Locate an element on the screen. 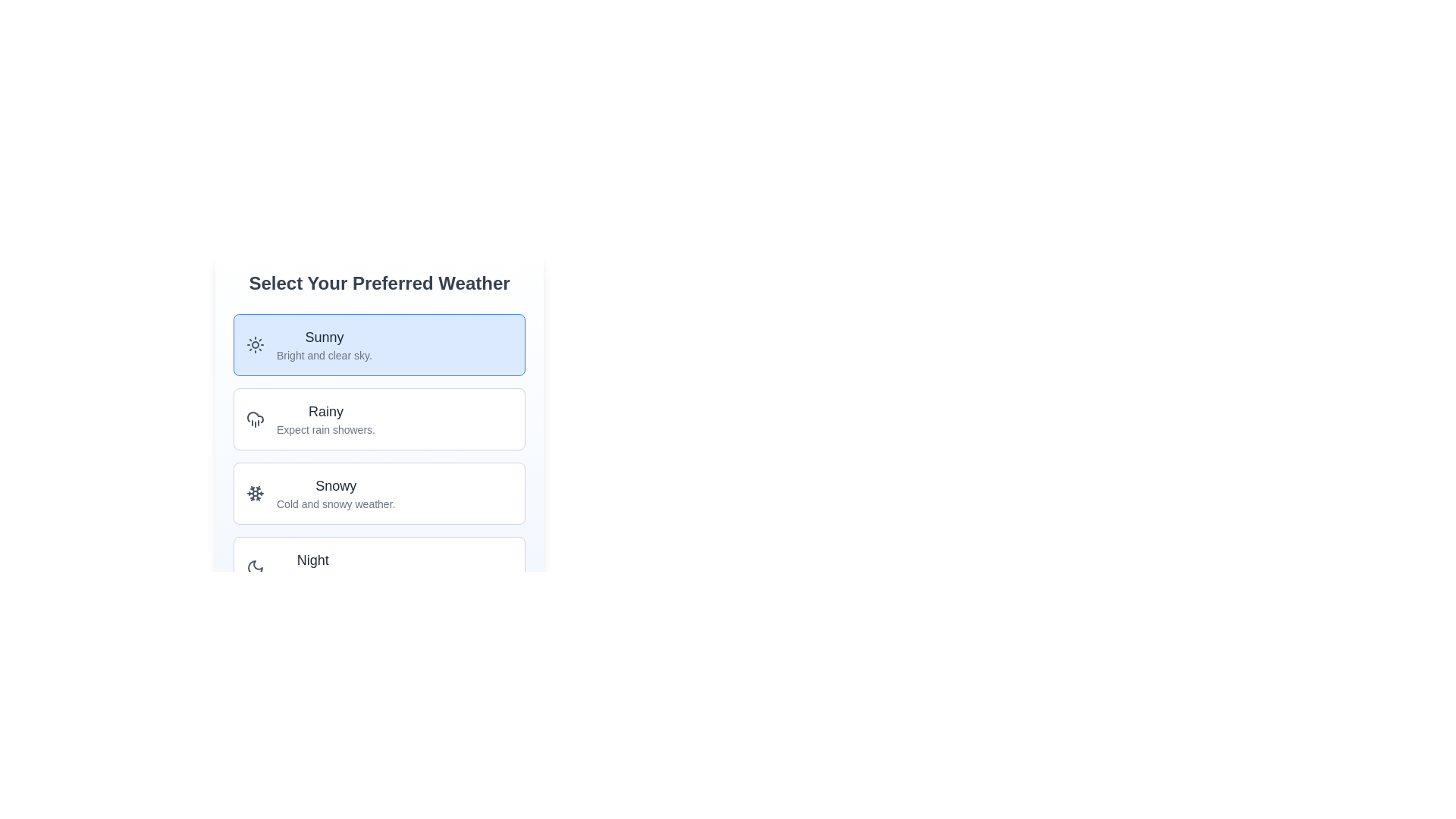 The width and height of the screenshot is (1456, 819). the text label displaying 'Bright and clear sky.' which is located directly below the 'Sunny' title text in the weather options section is located at coordinates (323, 356).